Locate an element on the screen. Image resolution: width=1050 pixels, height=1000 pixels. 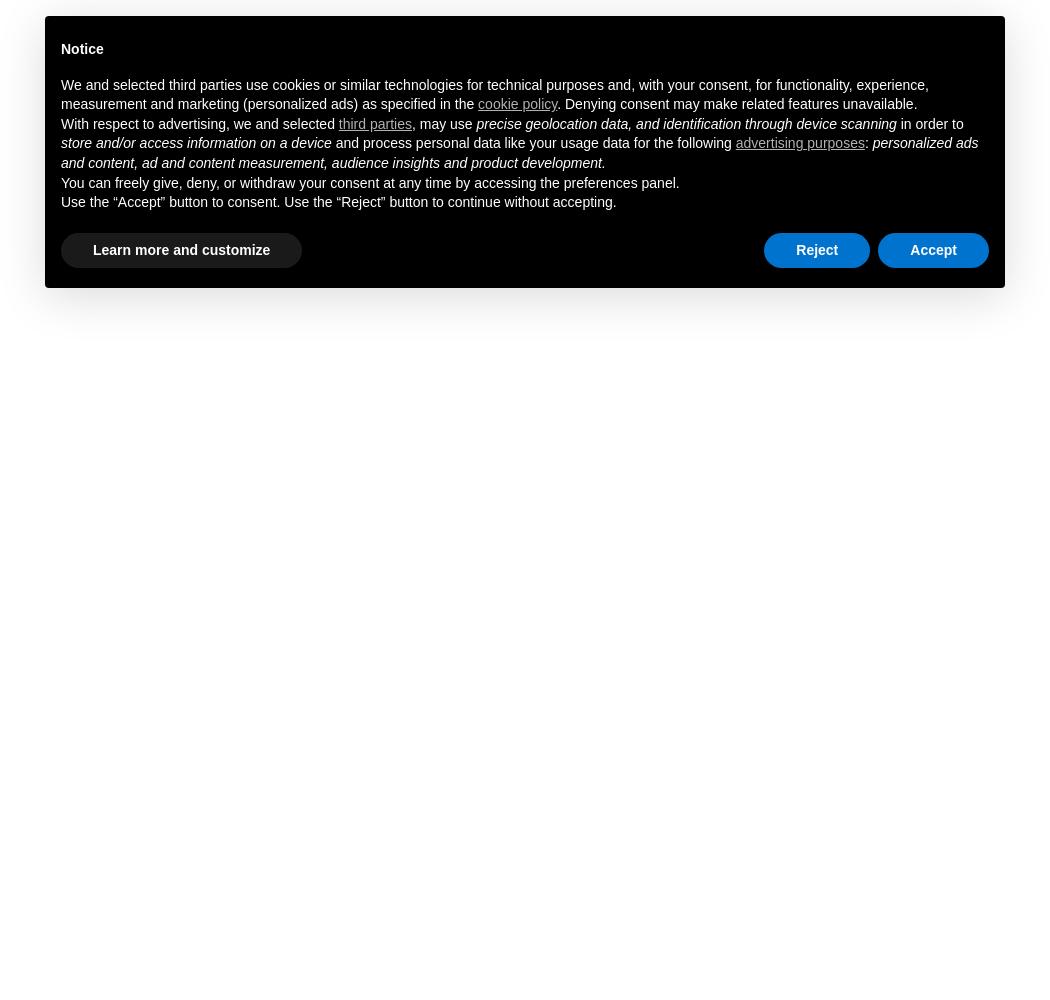
'You can freely give, deny, or withdraw your consent at any time by accessing the preferences panel.' is located at coordinates (369, 182).